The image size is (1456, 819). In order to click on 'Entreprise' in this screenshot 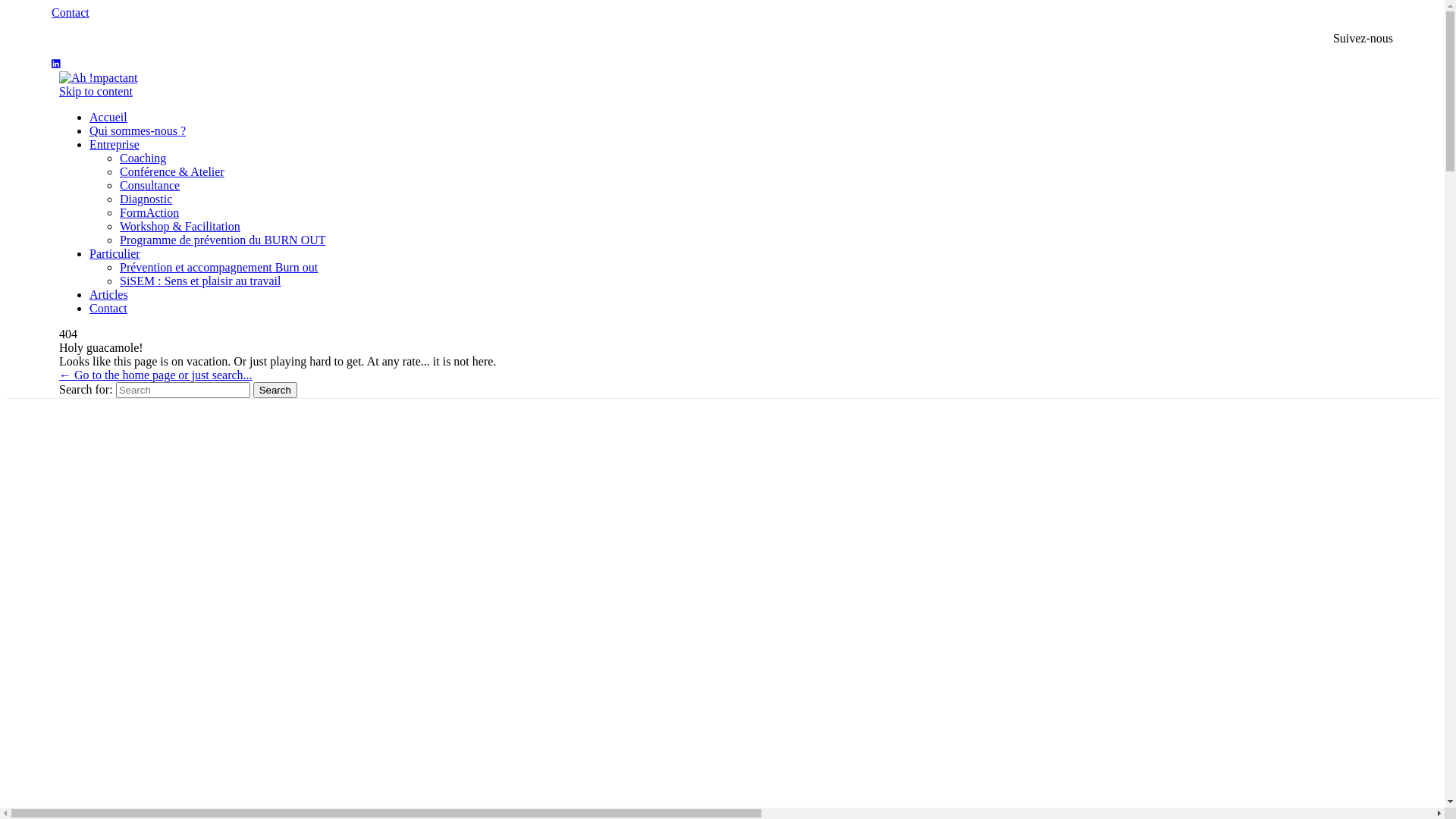, I will do `click(89, 144)`.